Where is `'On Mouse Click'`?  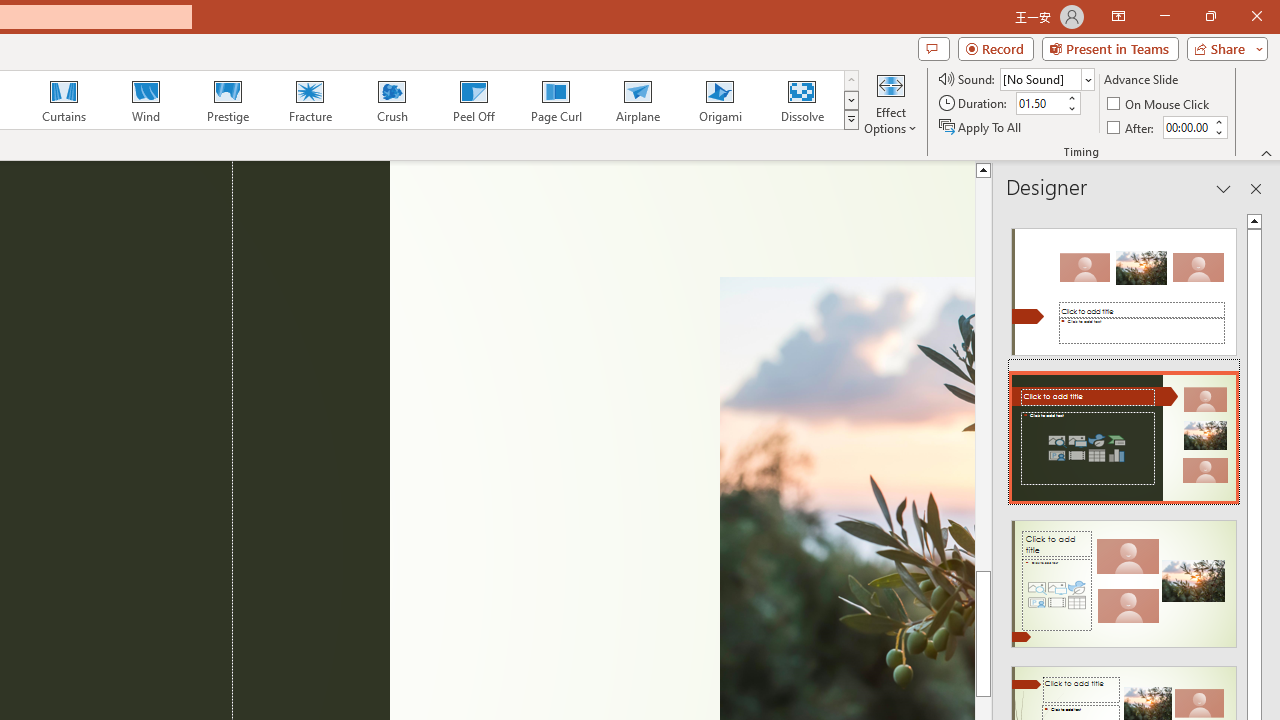 'On Mouse Click' is located at coordinates (1159, 103).